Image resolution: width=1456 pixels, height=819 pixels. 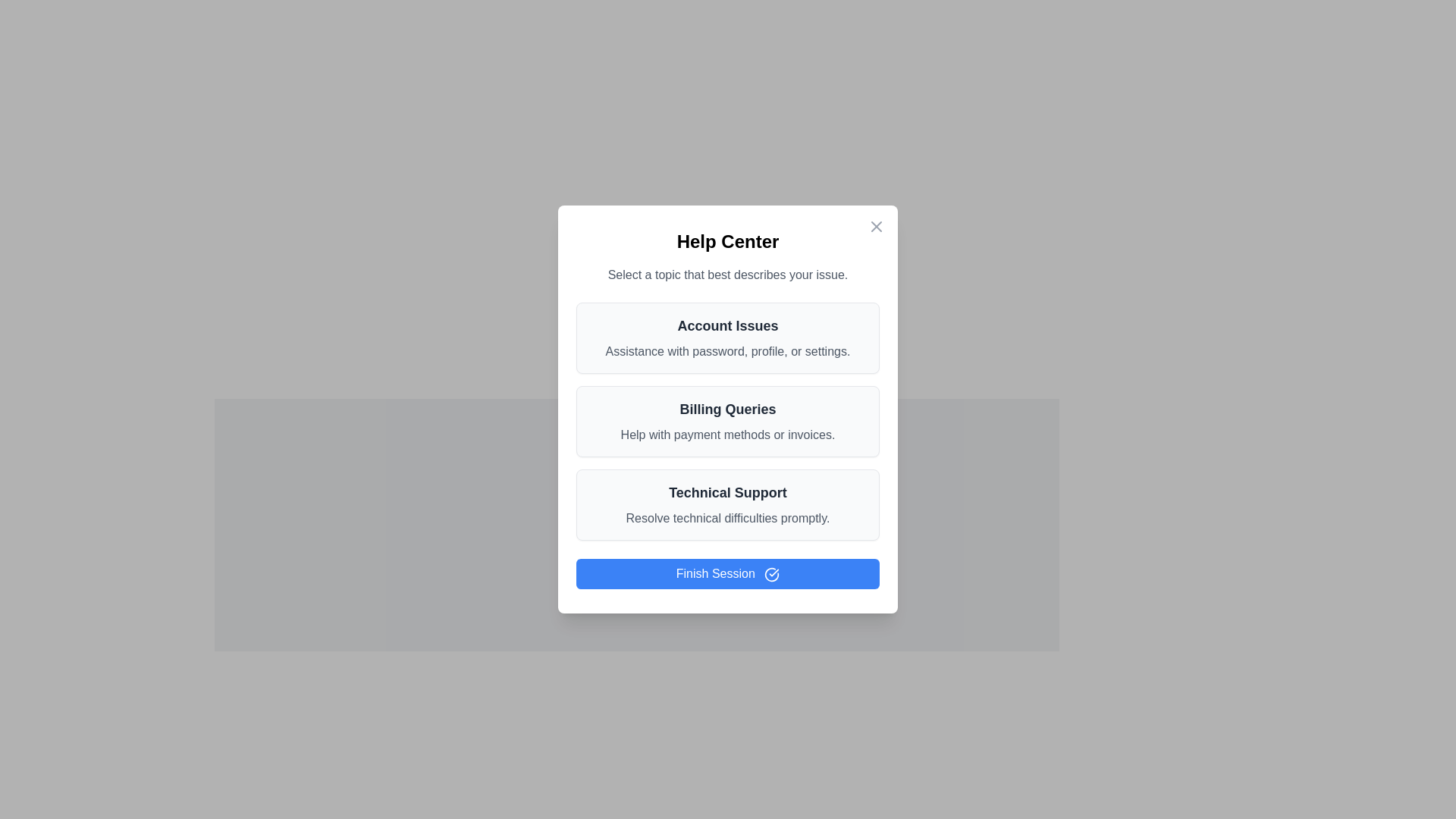 What do you see at coordinates (728, 517) in the screenshot?
I see `the text label that reads 'Resolve technical difficulties promptly.' which is styled in gray font and located below the title 'Technical Support' in the Help Center modal` at bounding box center [728, 517].